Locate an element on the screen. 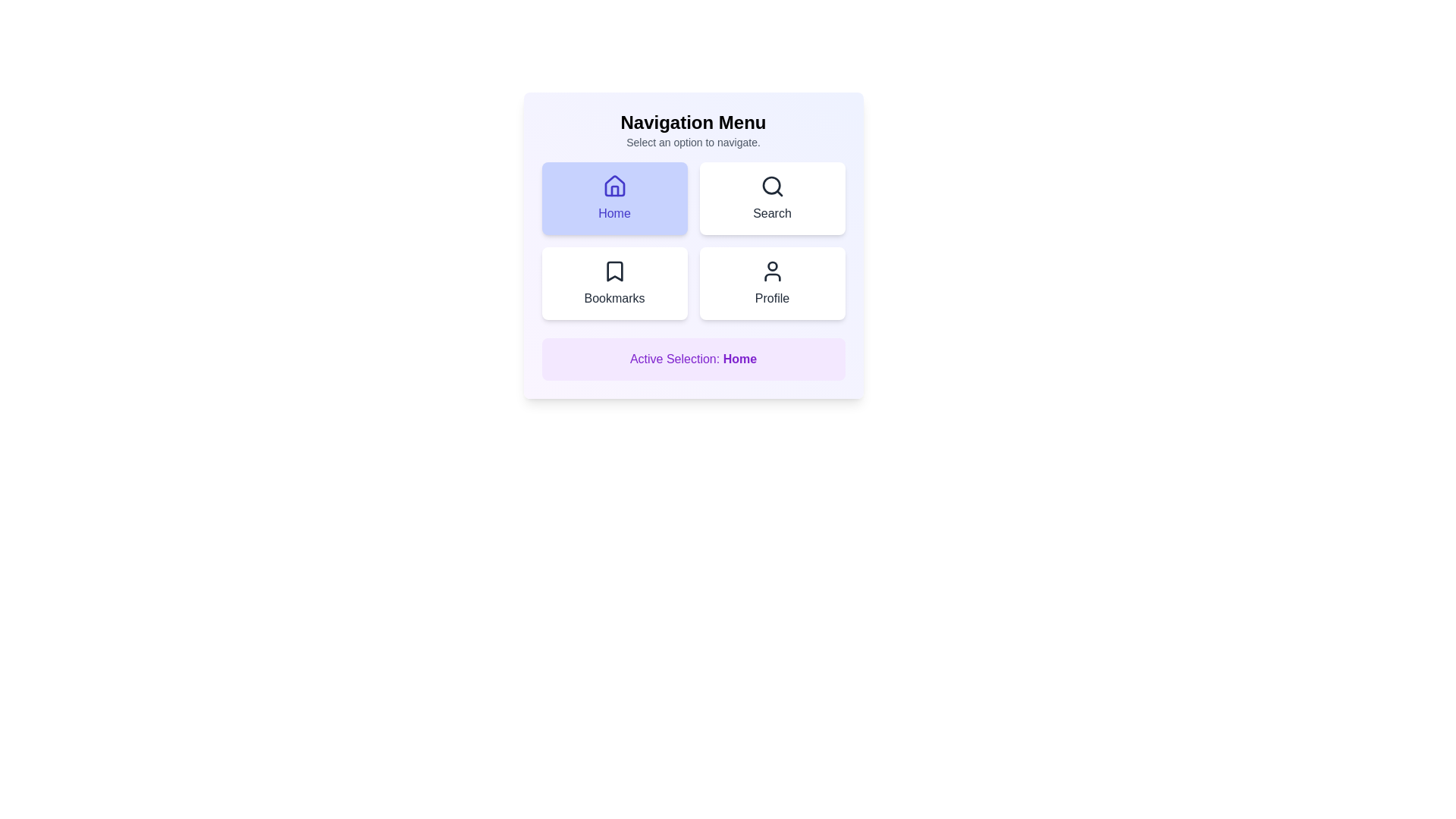 The width and height of the screenshot is (1456, 819). the menu item Home is located at coordinates (614, 198).